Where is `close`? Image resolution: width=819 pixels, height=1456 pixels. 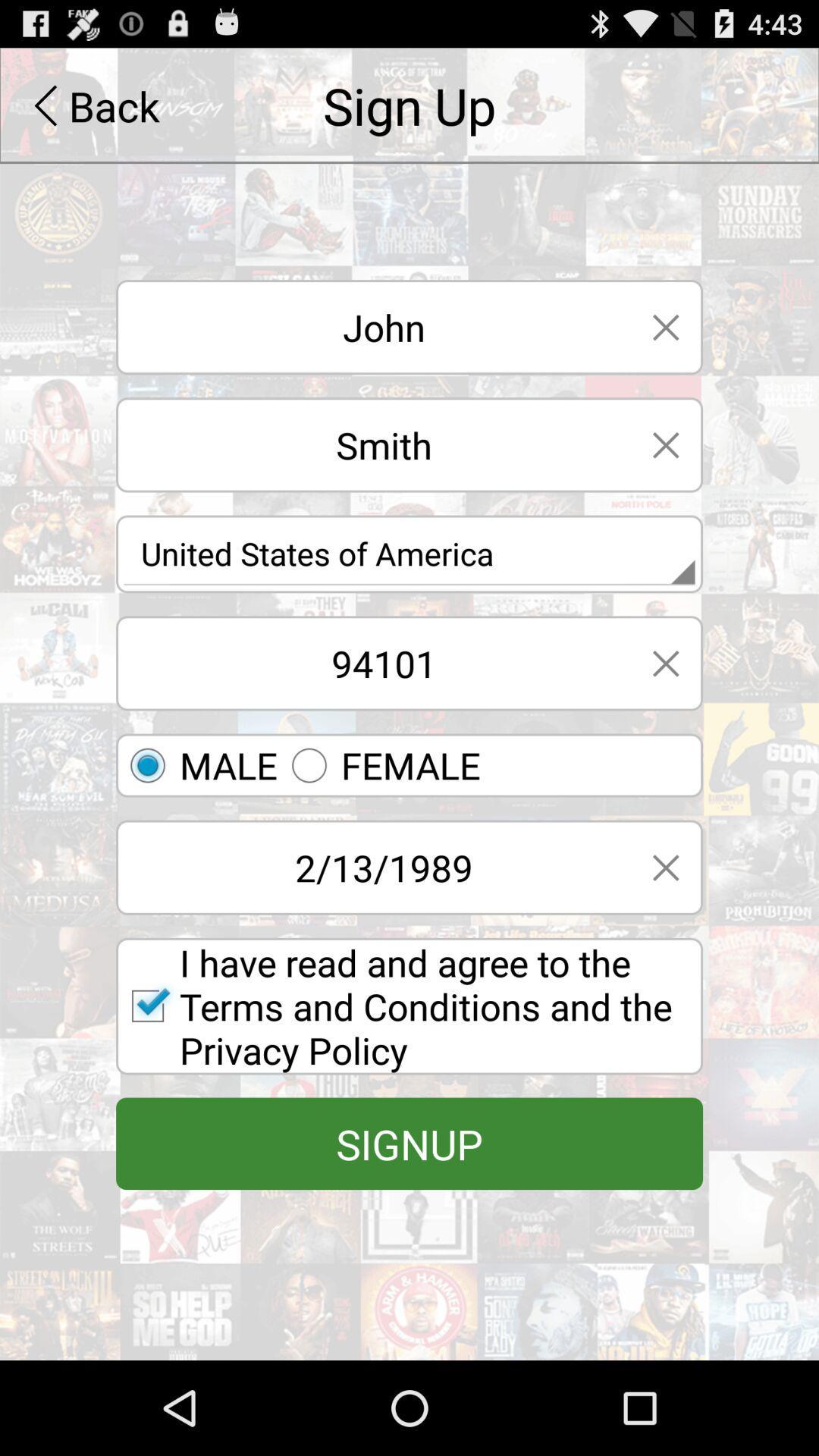 close is located at coordinates (665, 444).